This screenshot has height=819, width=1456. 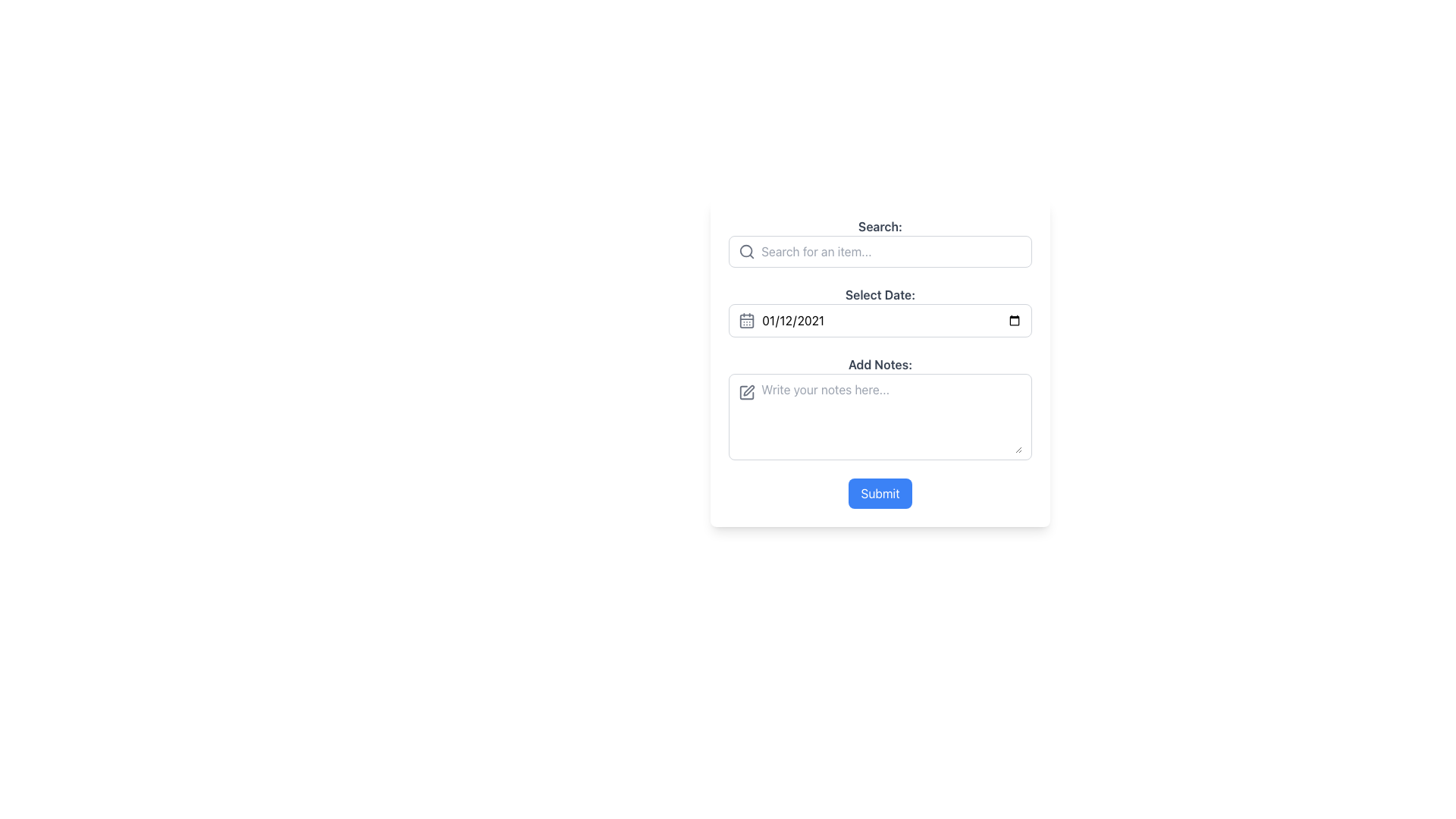 I want to click on the blue 'Submit' button with rounded corners located at the bottom of the form, so click(x=880, y=494).